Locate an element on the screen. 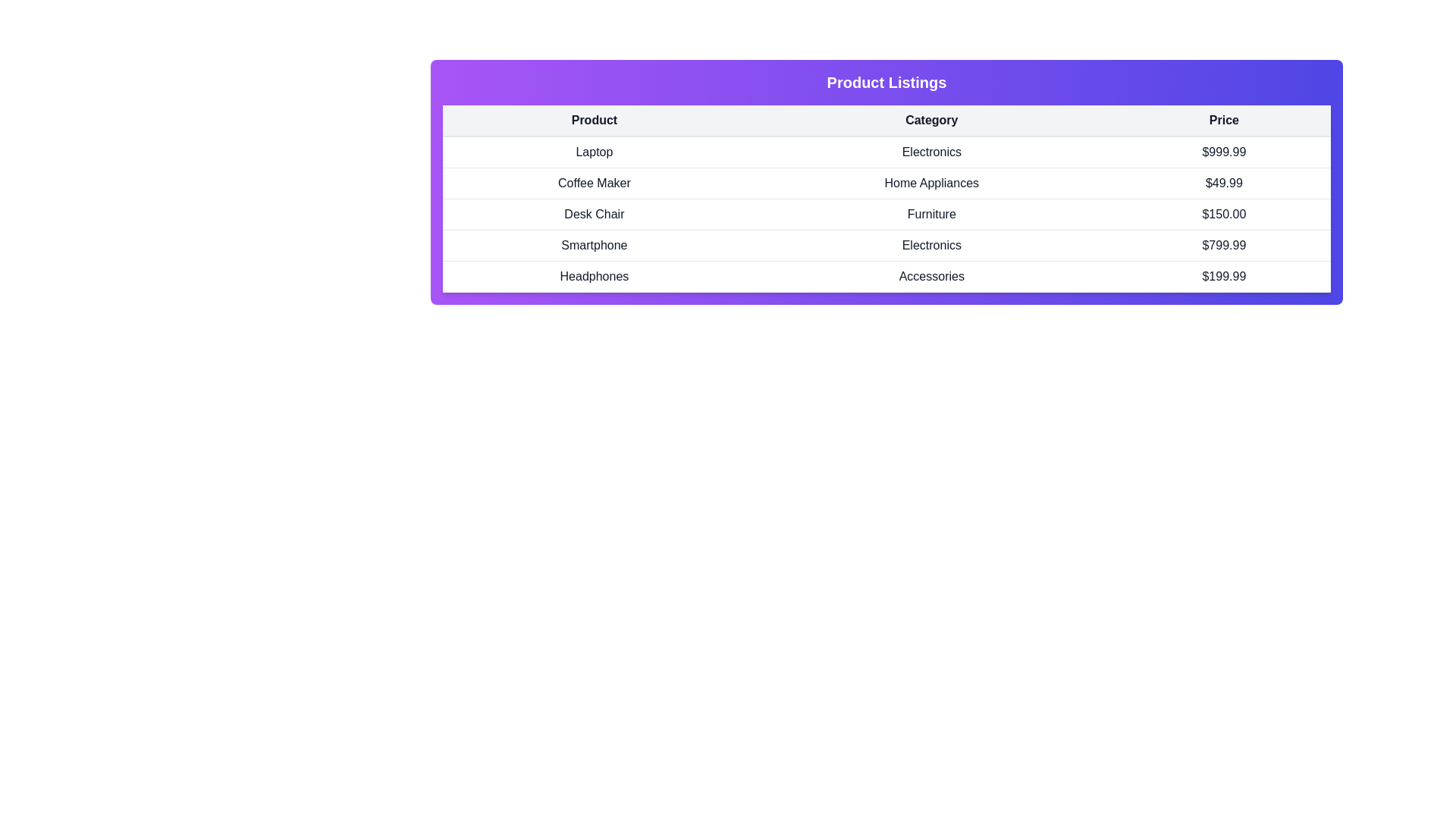  the header element that labels the column displaying product names in the data table, located at the far left of the horizontal table header row is located at coordinates (593, 120).